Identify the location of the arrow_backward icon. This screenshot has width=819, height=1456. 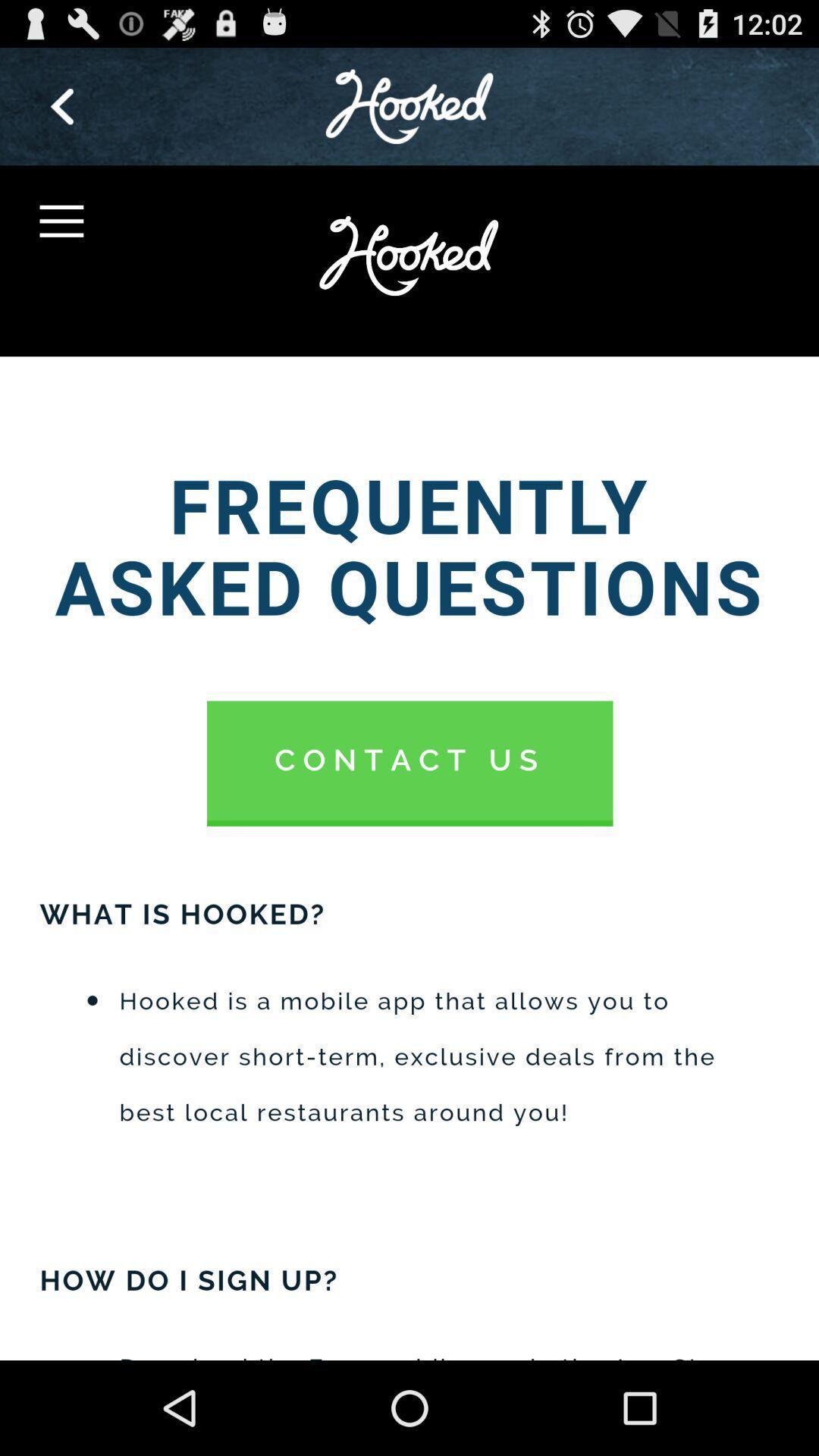
(61, 113).